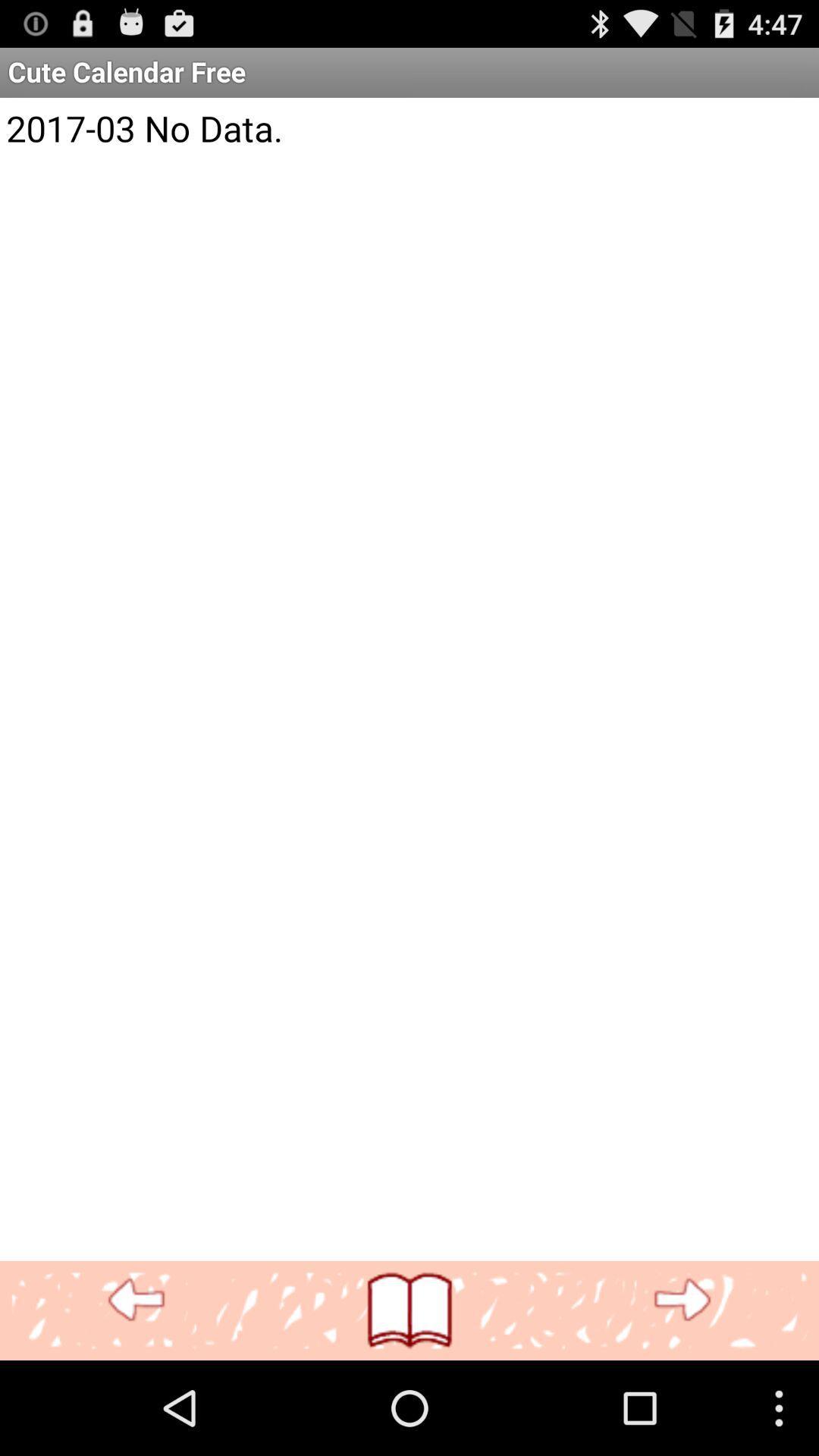 This screenshot has height=1456, width=819. What do you see at coordinates (136, 1300) in the screenshot?
I see `go back` at bounding box center [136, 1300].